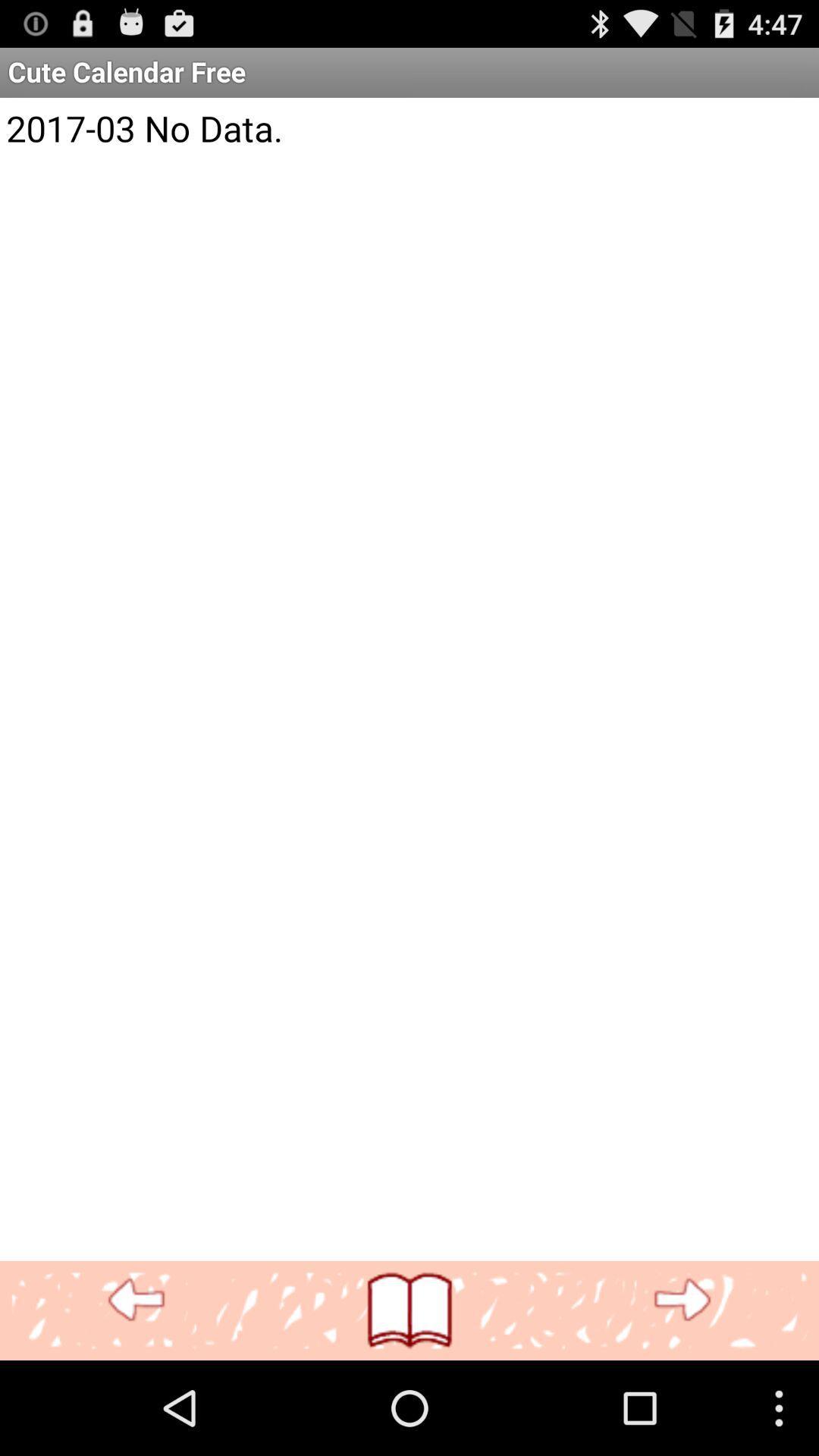 This screenshot has height=1456, width=819. What do you see at coordinates (136, 1300) in the screenshot?
I see `go back` at bounding box center [136, 1300].